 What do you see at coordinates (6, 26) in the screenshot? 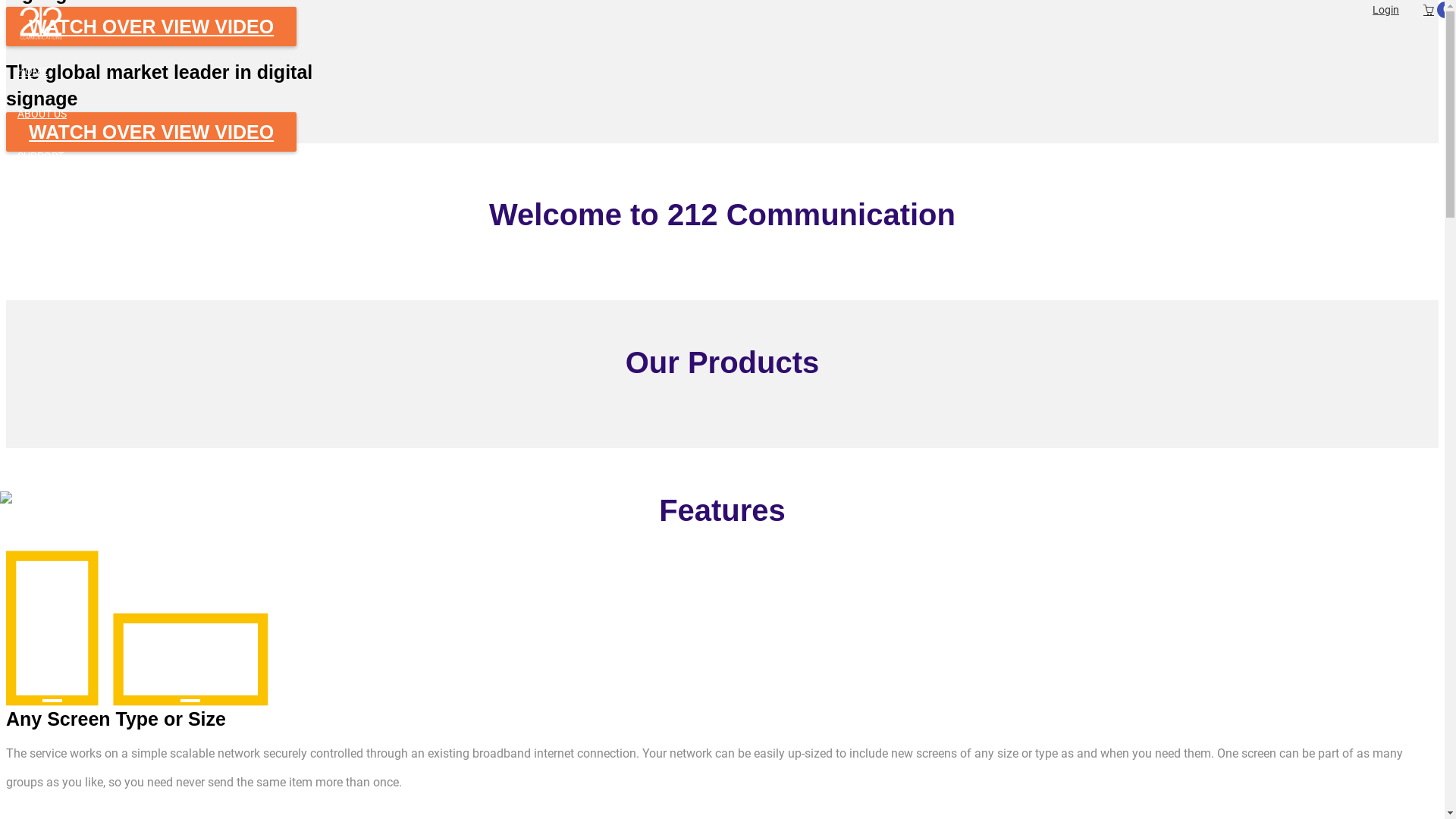
I see `'WATCH OVER VIEW VIDEO'` at bounding box center [6, 26].